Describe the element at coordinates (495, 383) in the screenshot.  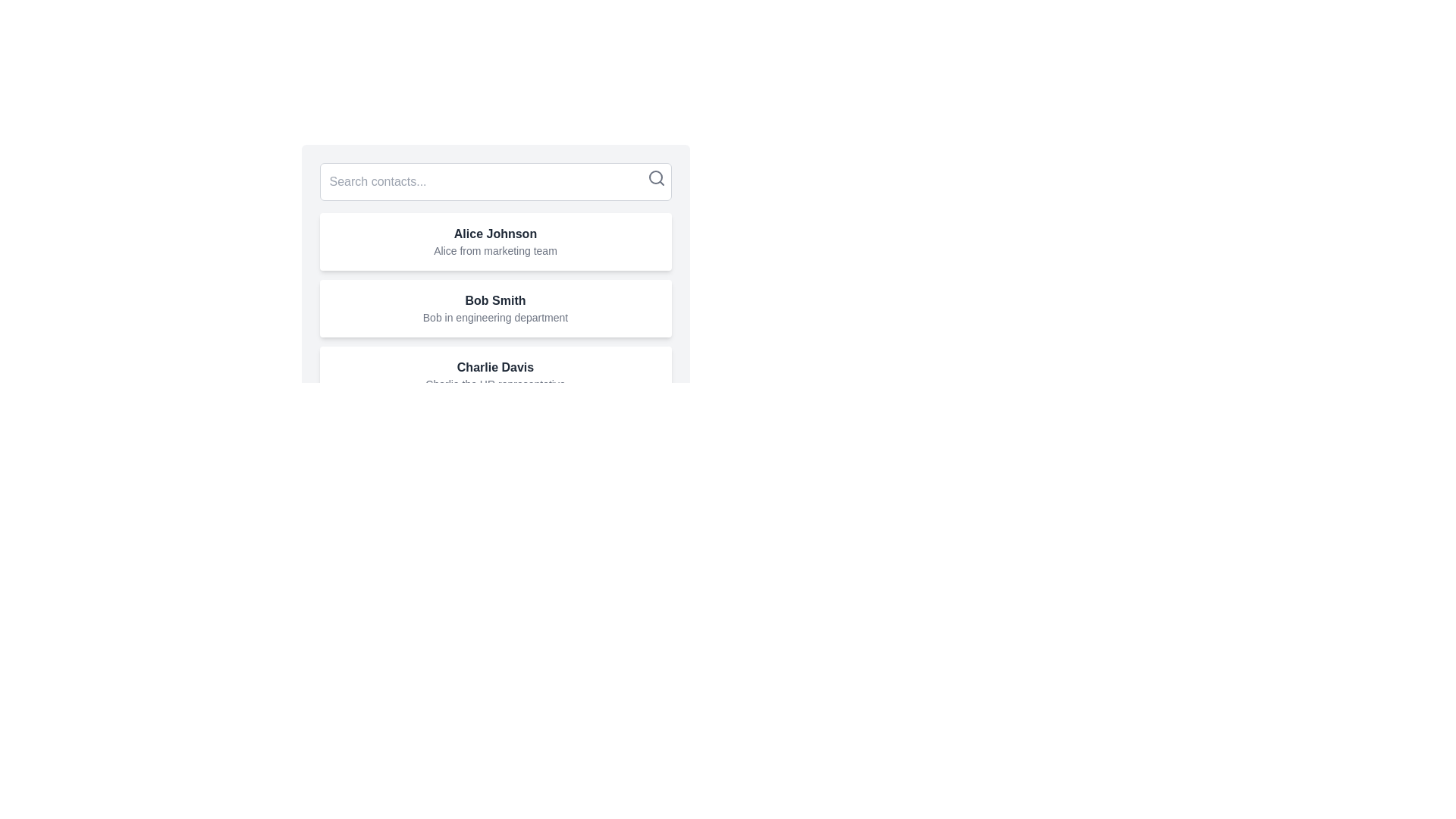
I see `the text element providing information about 'Charlie Davis', the HR representative, located within the third contact card below the header` at that location.